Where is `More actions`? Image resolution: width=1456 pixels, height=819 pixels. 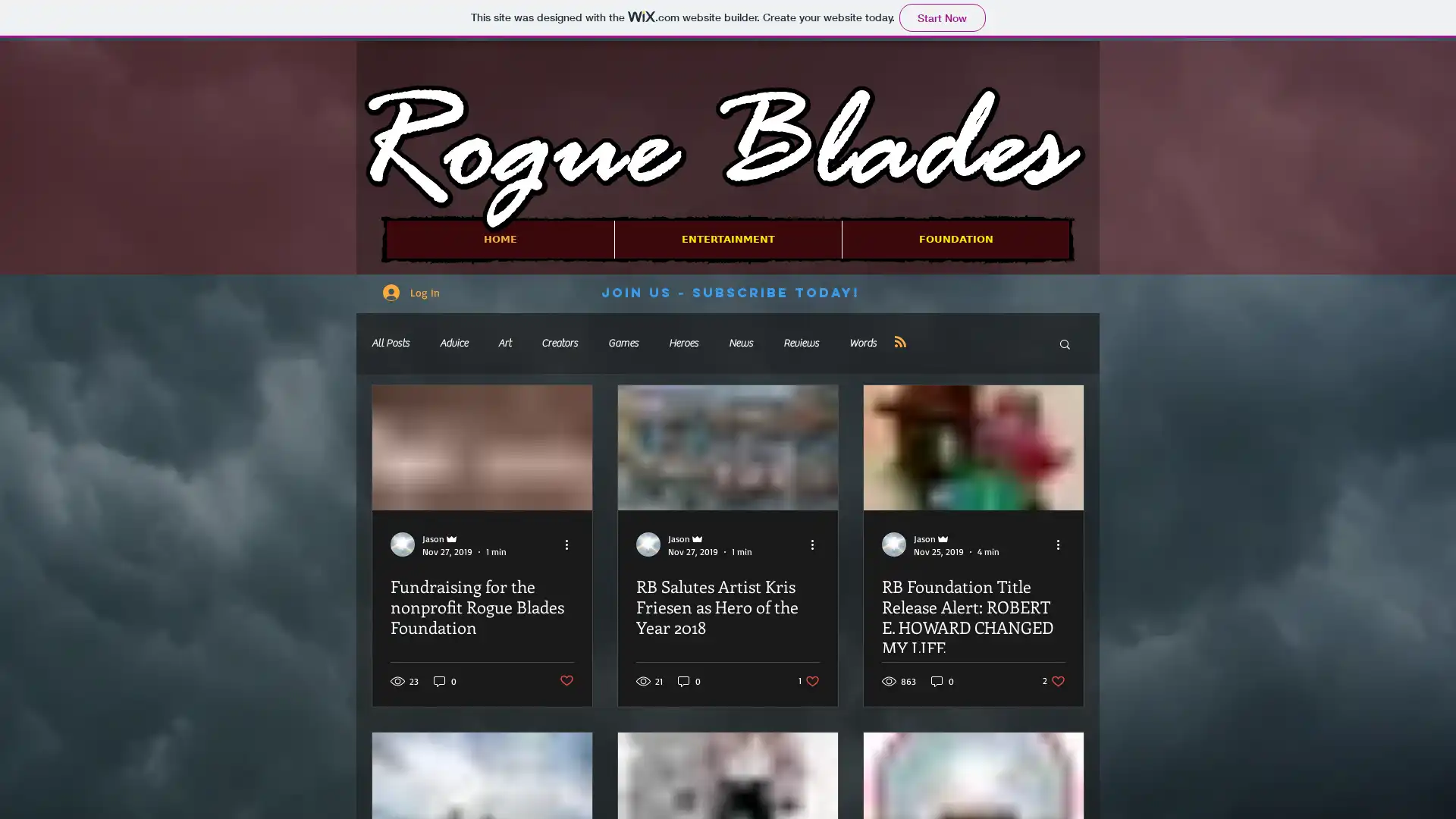
More actions is located at coordinates (1062, 543).